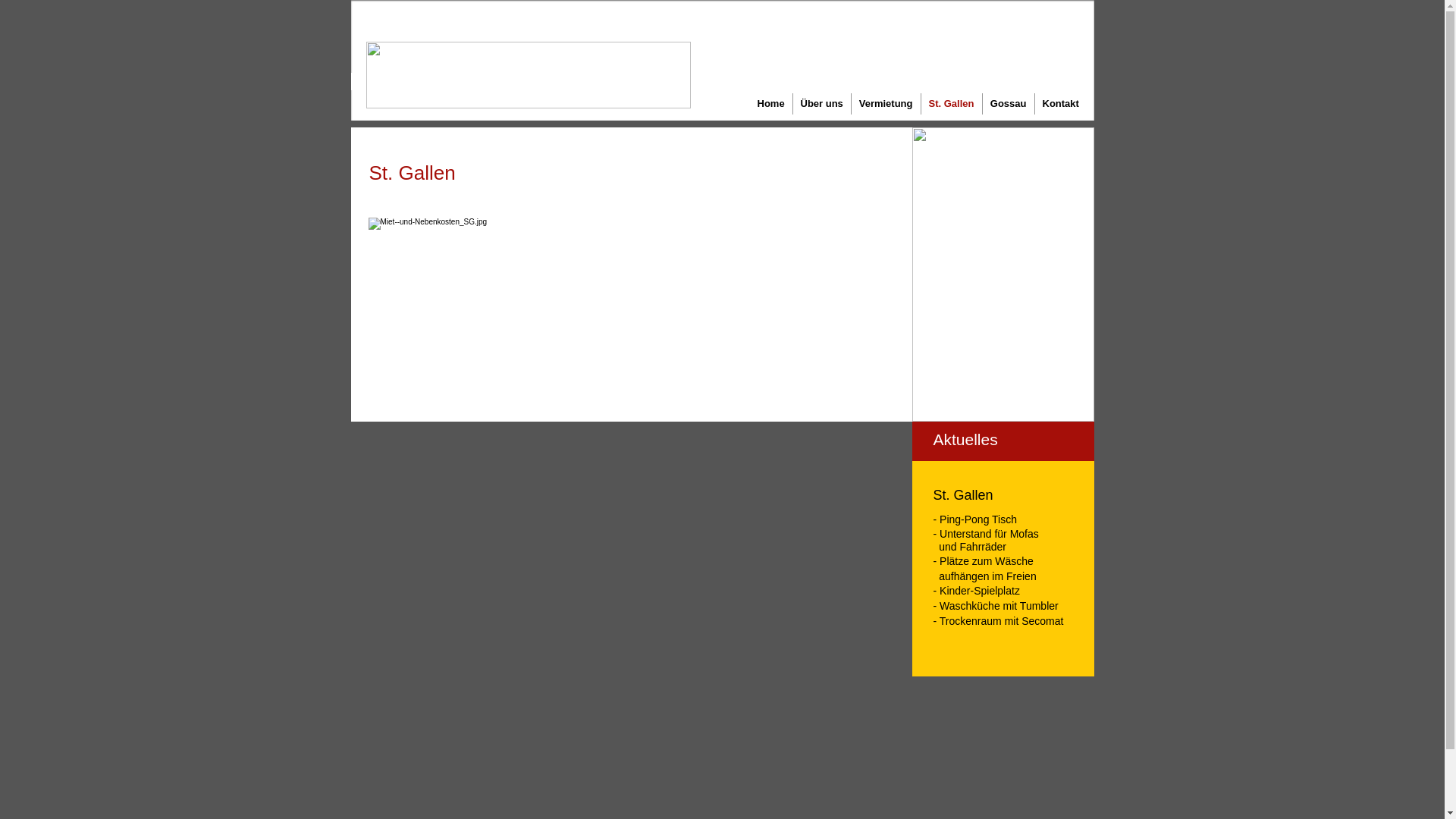  Describe the element at coordinates (528, 75) in the screenshot. I see `'LogoBGS_ZumStern.jpg'` at that location.